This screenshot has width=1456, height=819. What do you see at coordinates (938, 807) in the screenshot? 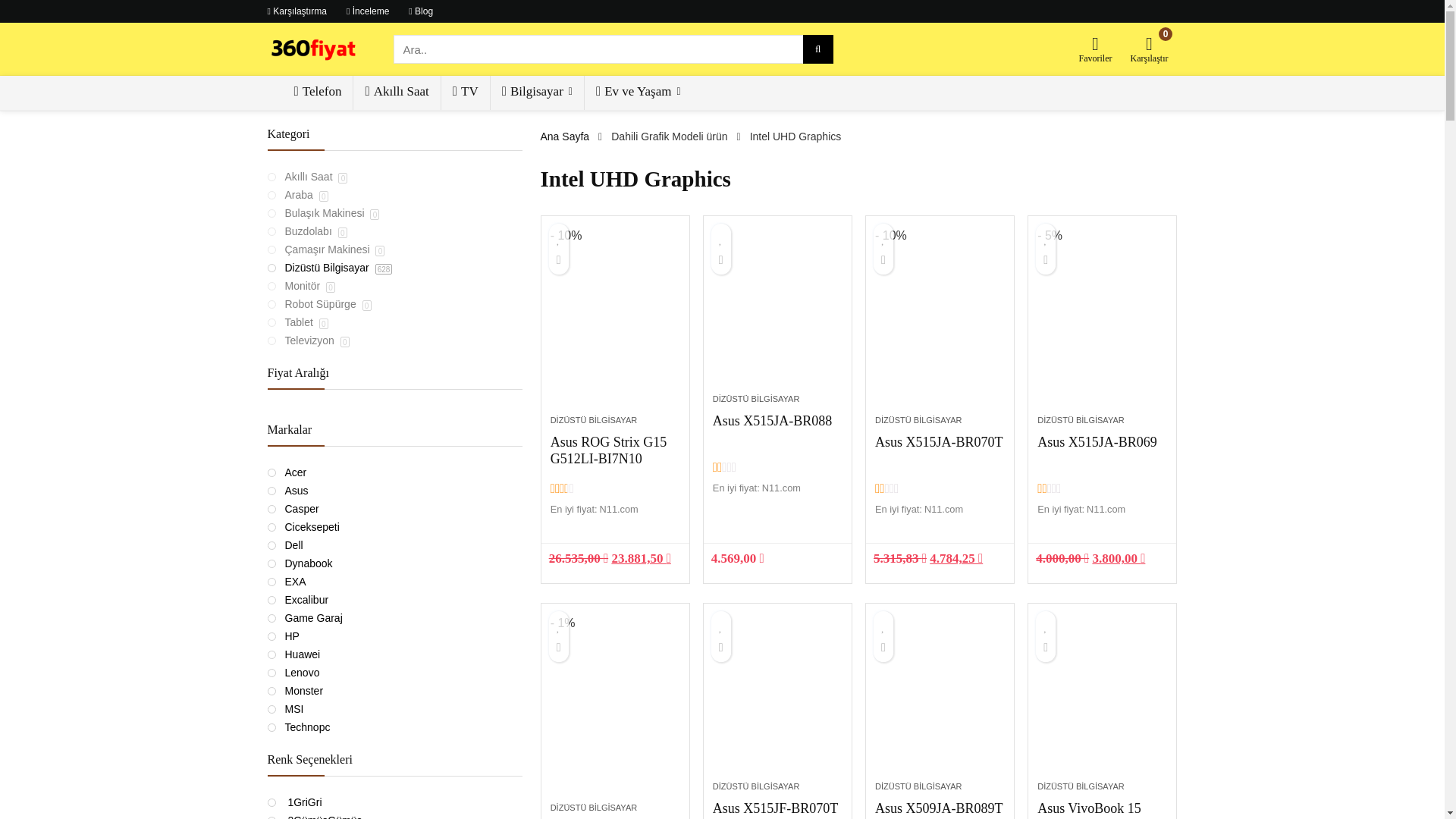
I see `'Asus X509JA-BR089T'` at bounding box center [938, 807].